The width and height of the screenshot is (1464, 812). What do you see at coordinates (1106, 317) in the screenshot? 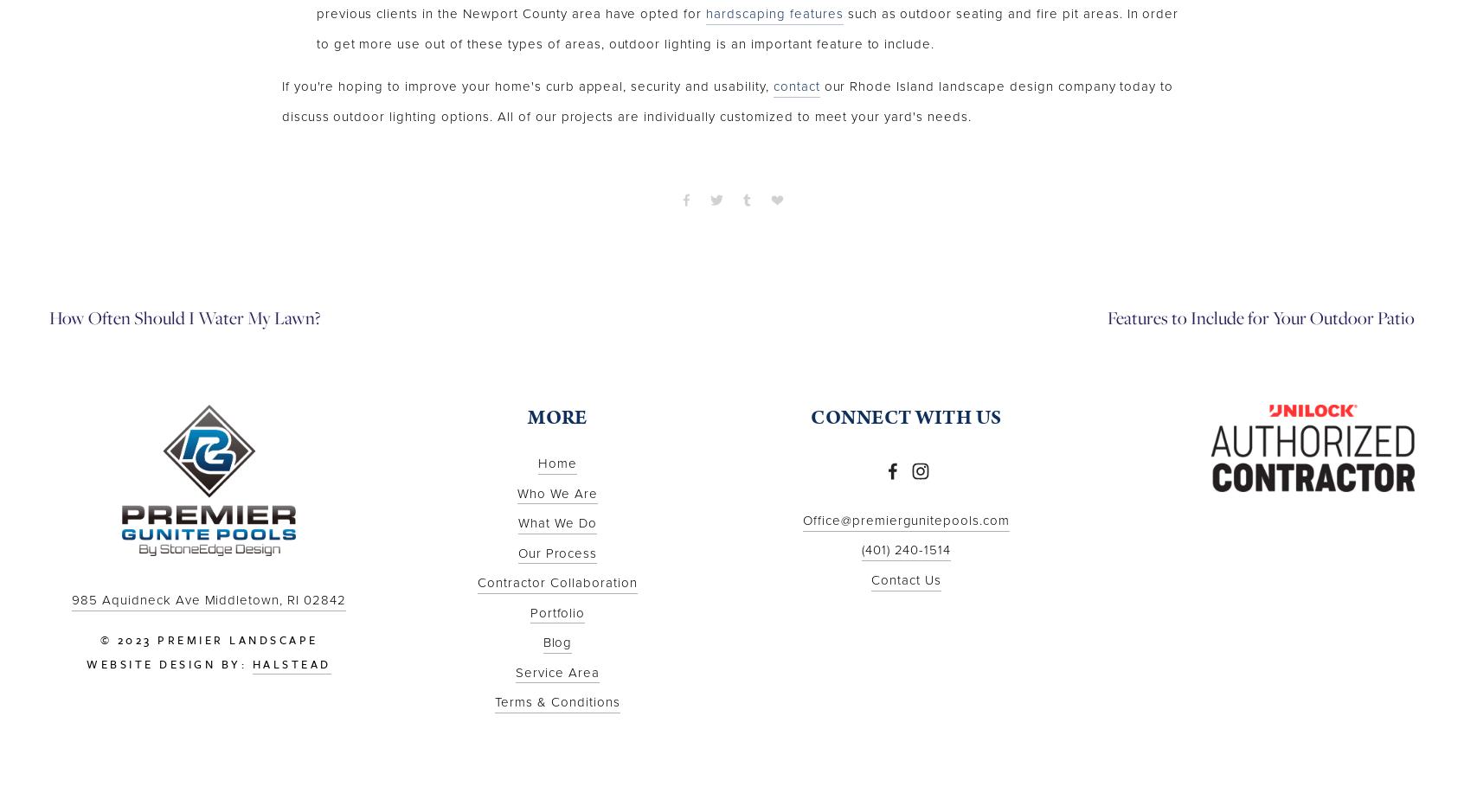
I see `'Features to Include for Your Outdoor Patio'` at bounding box center [1106, 317].